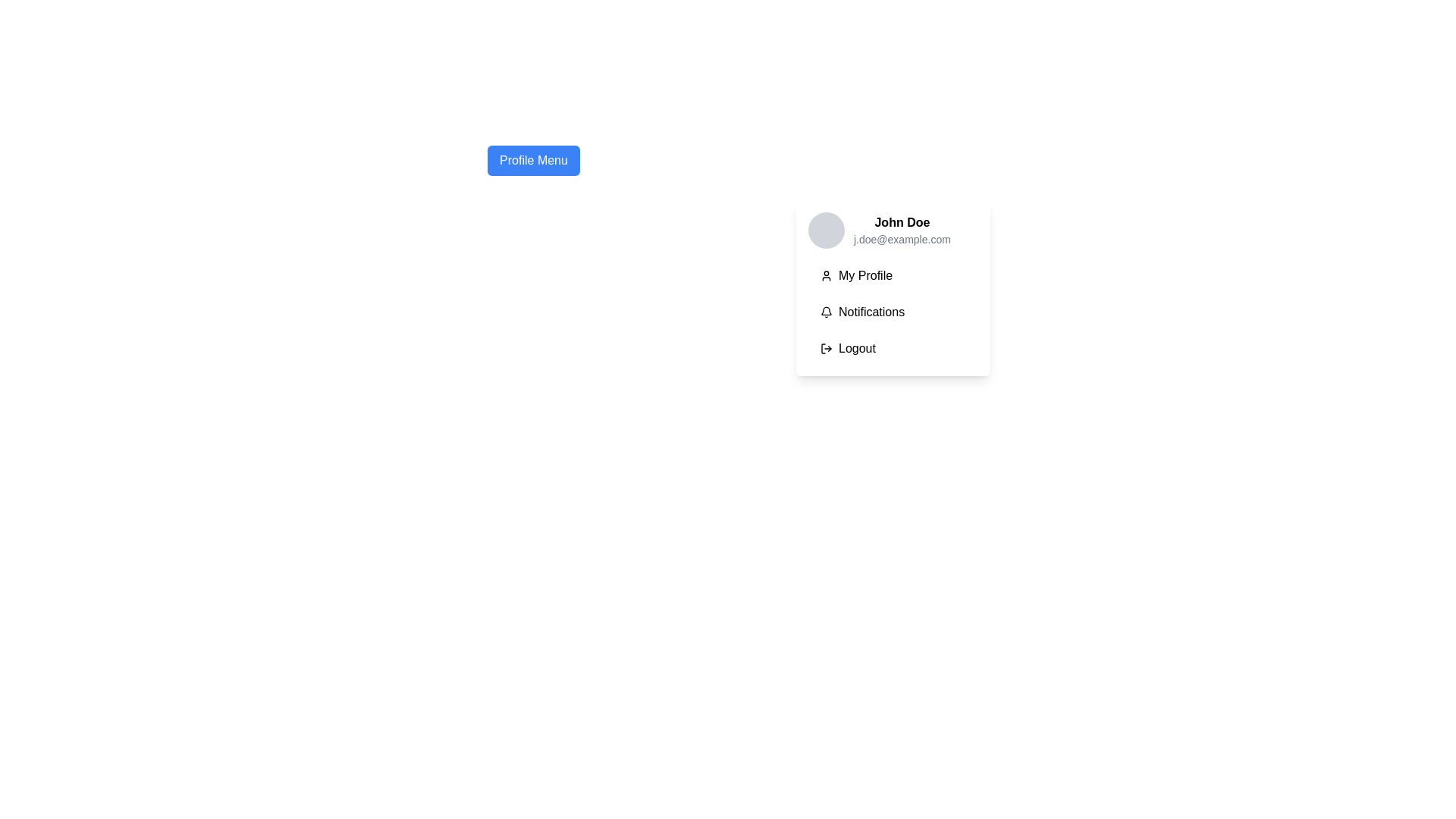 This screenshot has height=819, width=1456. What do you see at coordinates (825, 275) in the screenshot?
I see `the user profile icon located to the left of the 'My Profile' text label in the dropdown menu` at bounding box center [825, 275].